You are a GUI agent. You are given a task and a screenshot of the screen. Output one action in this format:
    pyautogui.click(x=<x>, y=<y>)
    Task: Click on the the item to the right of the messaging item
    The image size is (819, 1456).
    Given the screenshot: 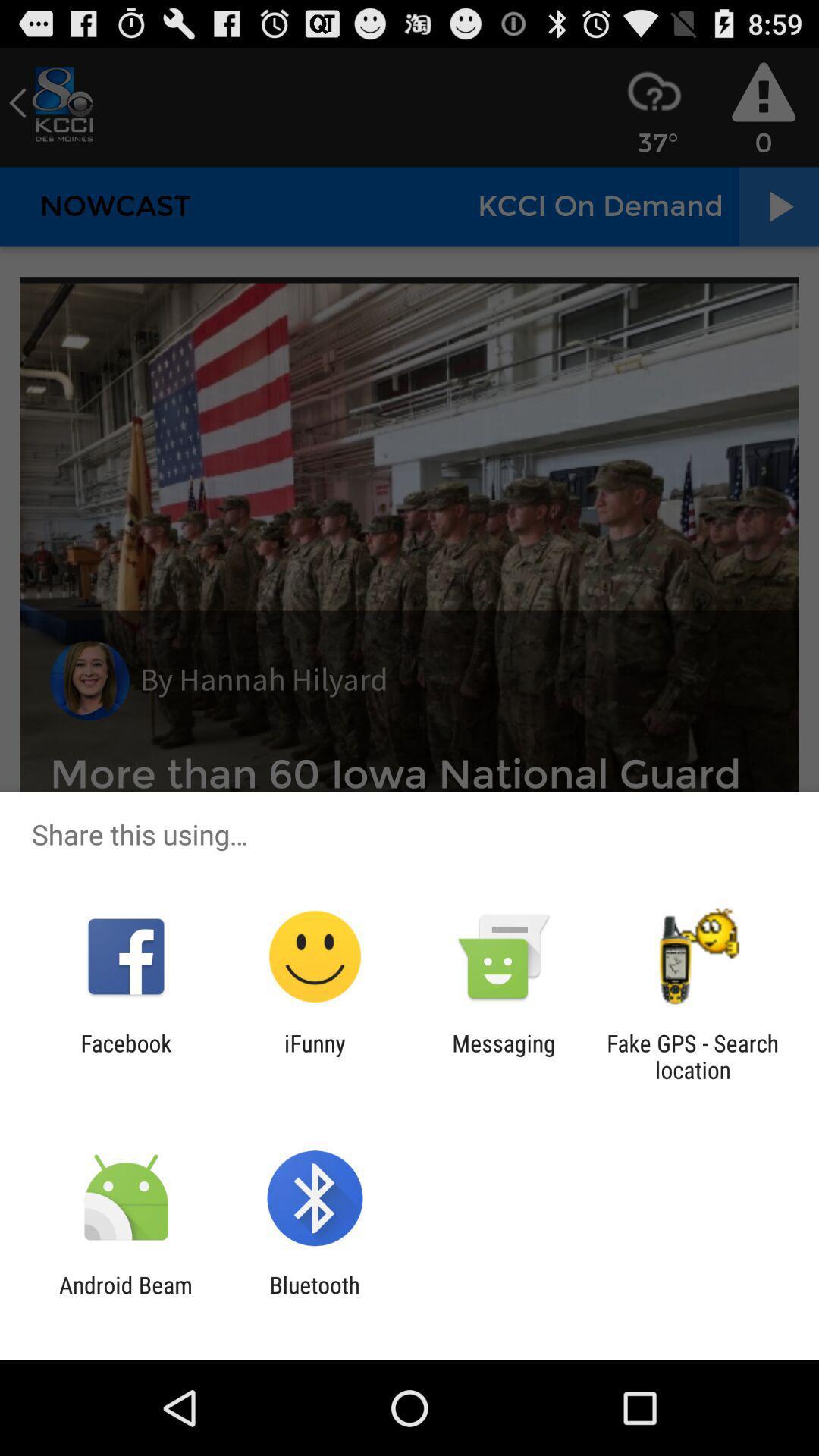 What is the action you would take?
    pyautogui.click(x=692, y=1056)
    